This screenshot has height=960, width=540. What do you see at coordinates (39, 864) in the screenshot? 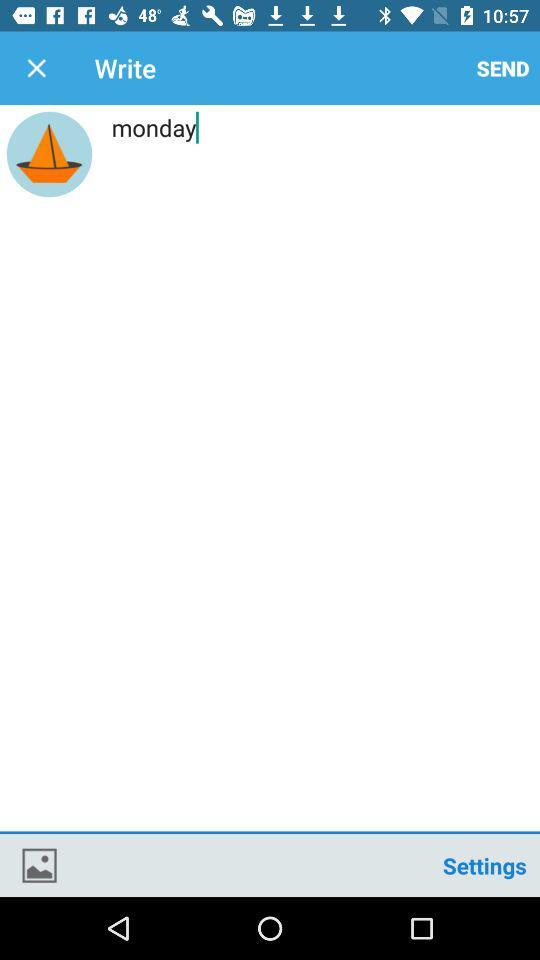
I see `the item at the bottom left corner` at bounding box center [39, 864].